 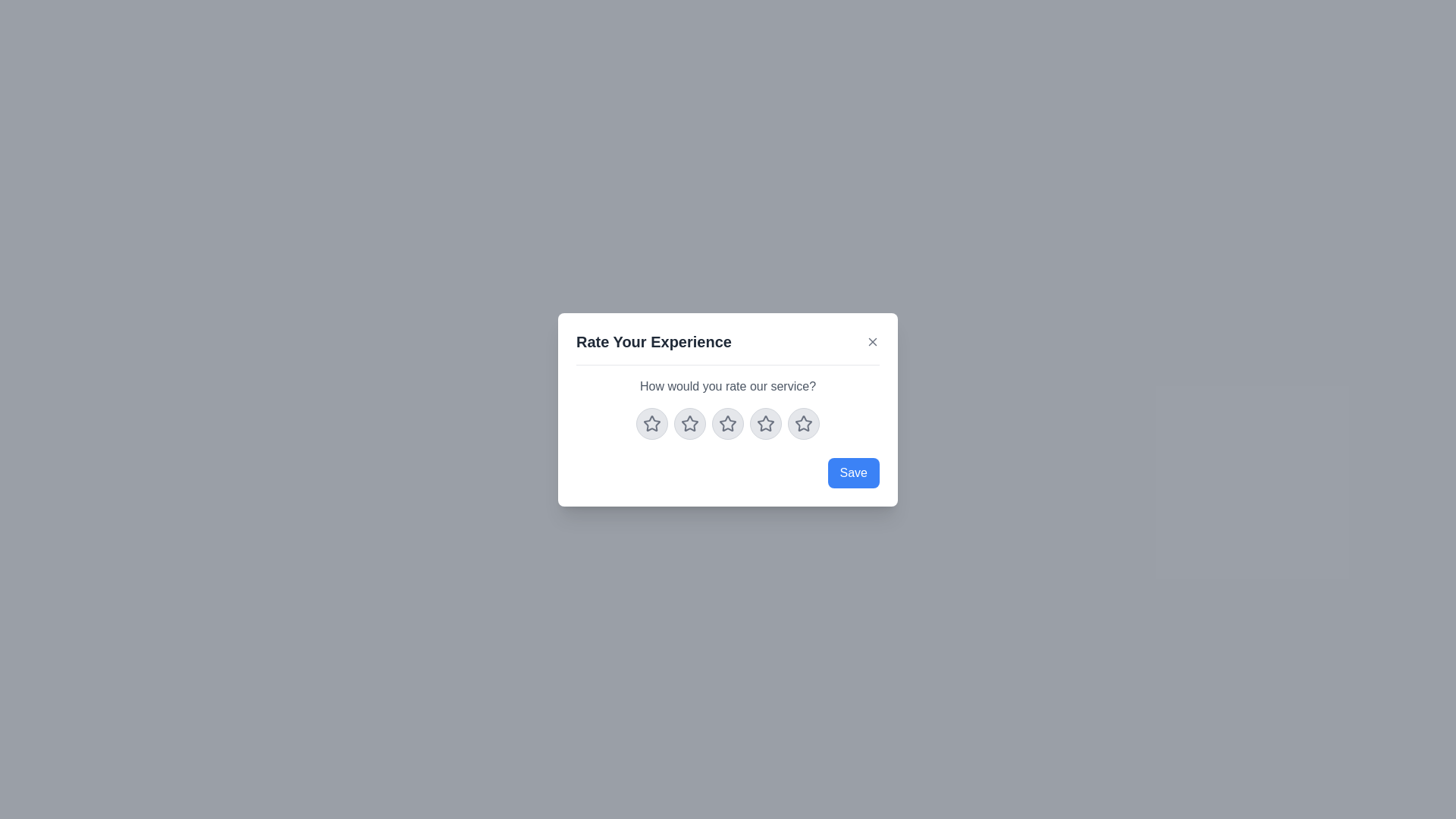 I want to click on the 'Save' button to submit the rating, so click(x=853, y=472).